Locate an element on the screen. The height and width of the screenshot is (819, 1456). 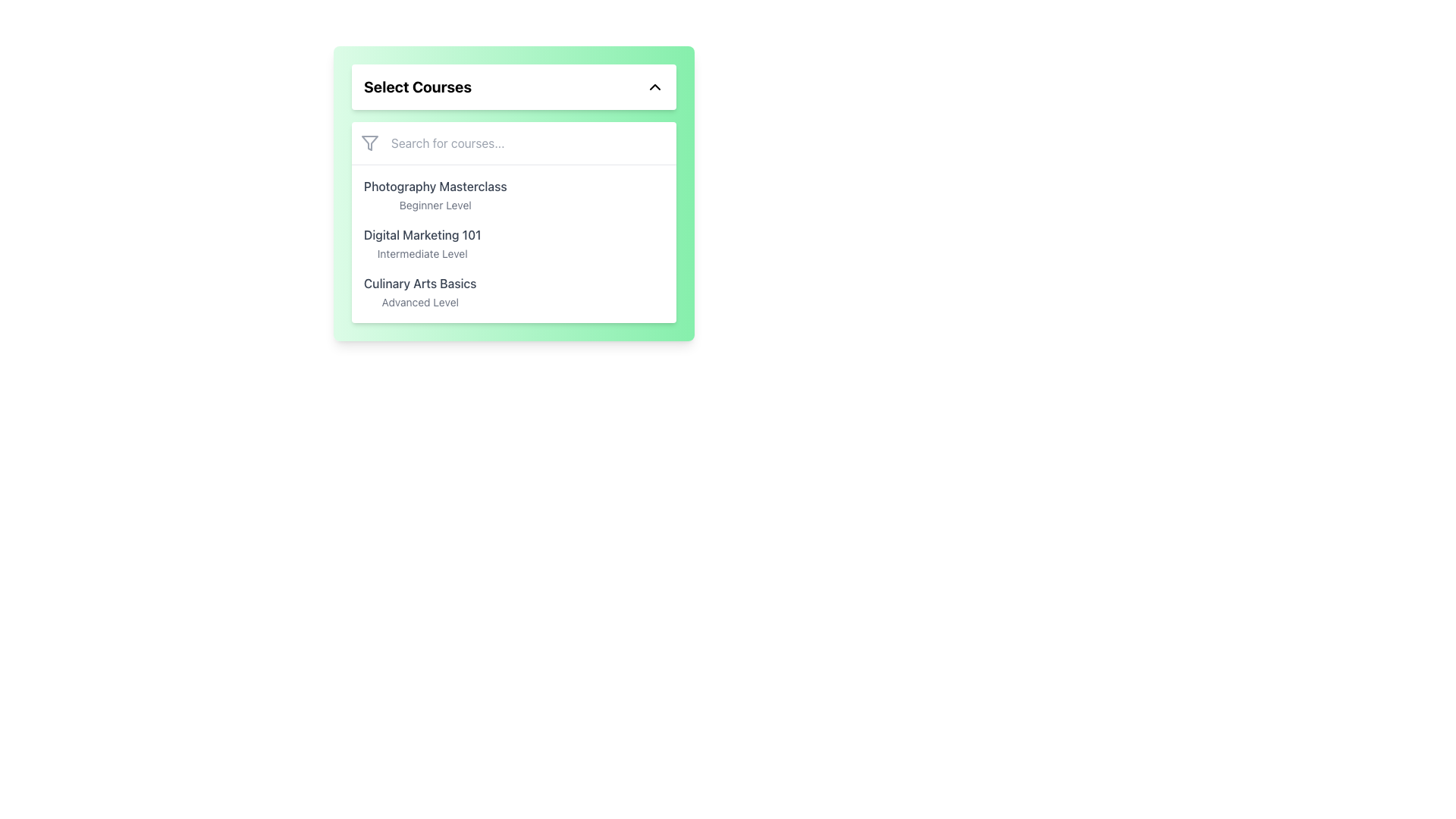
the 'Culinary Arts Basics' text label is located at coordinates (420, 292).